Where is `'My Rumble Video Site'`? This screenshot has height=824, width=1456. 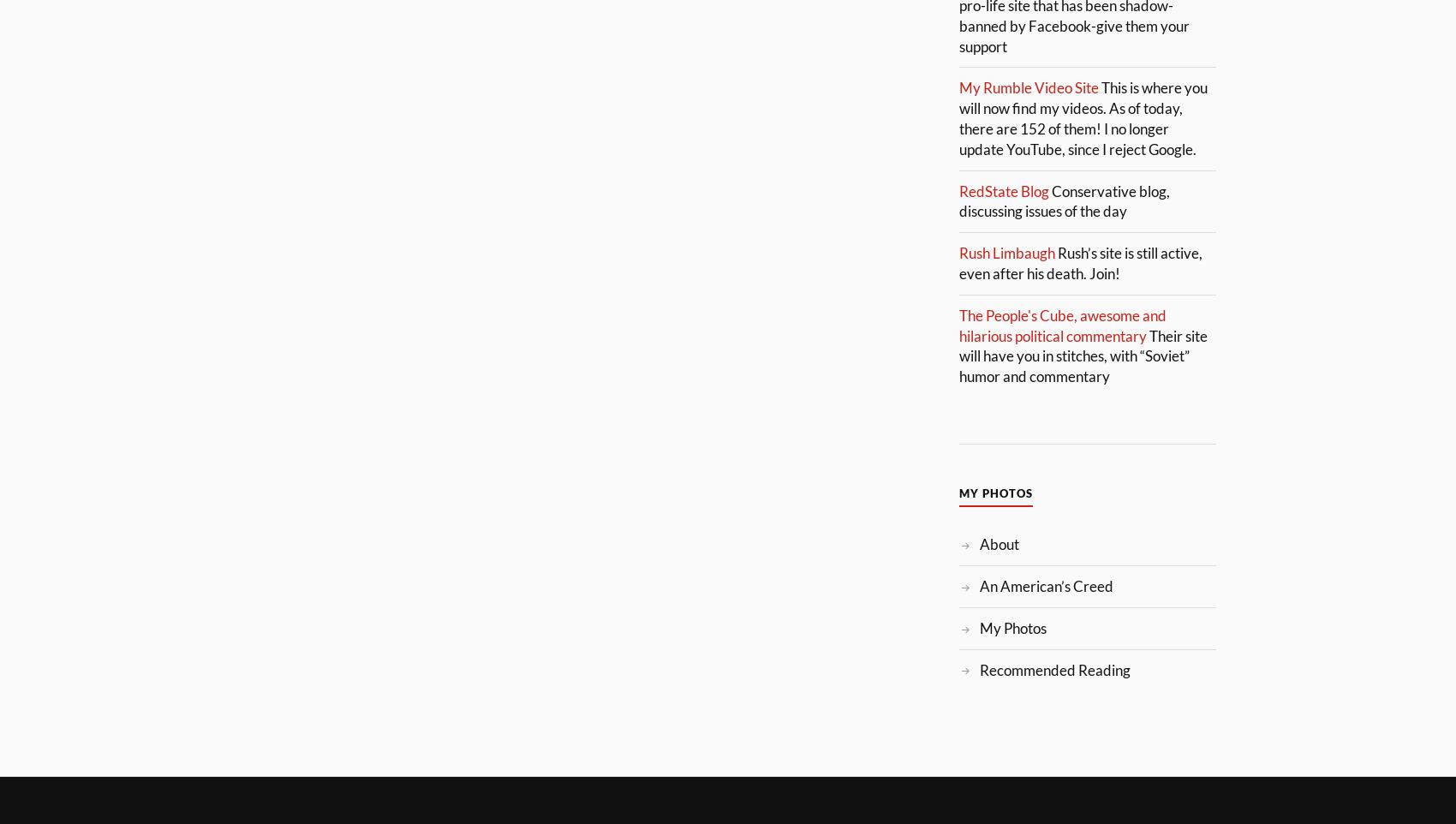 'My Rumble Video Site' is located at coordinates (958, 87).